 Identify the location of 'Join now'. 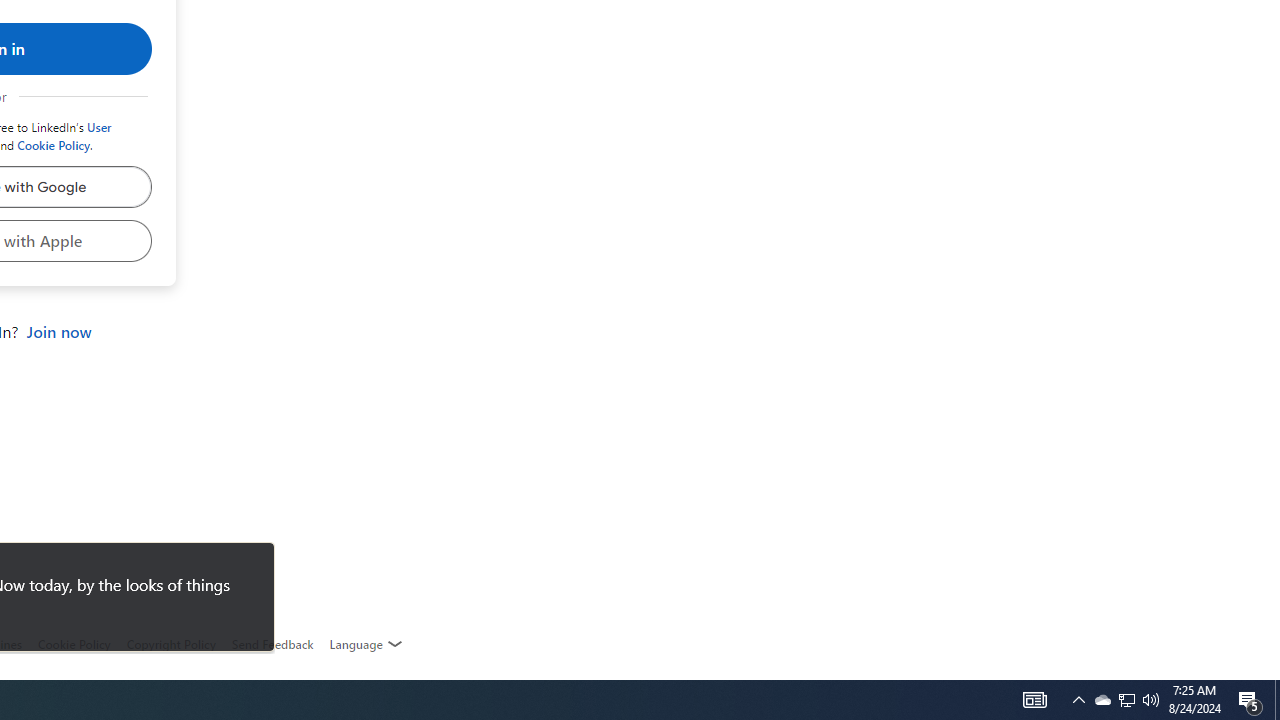
(58, 331).